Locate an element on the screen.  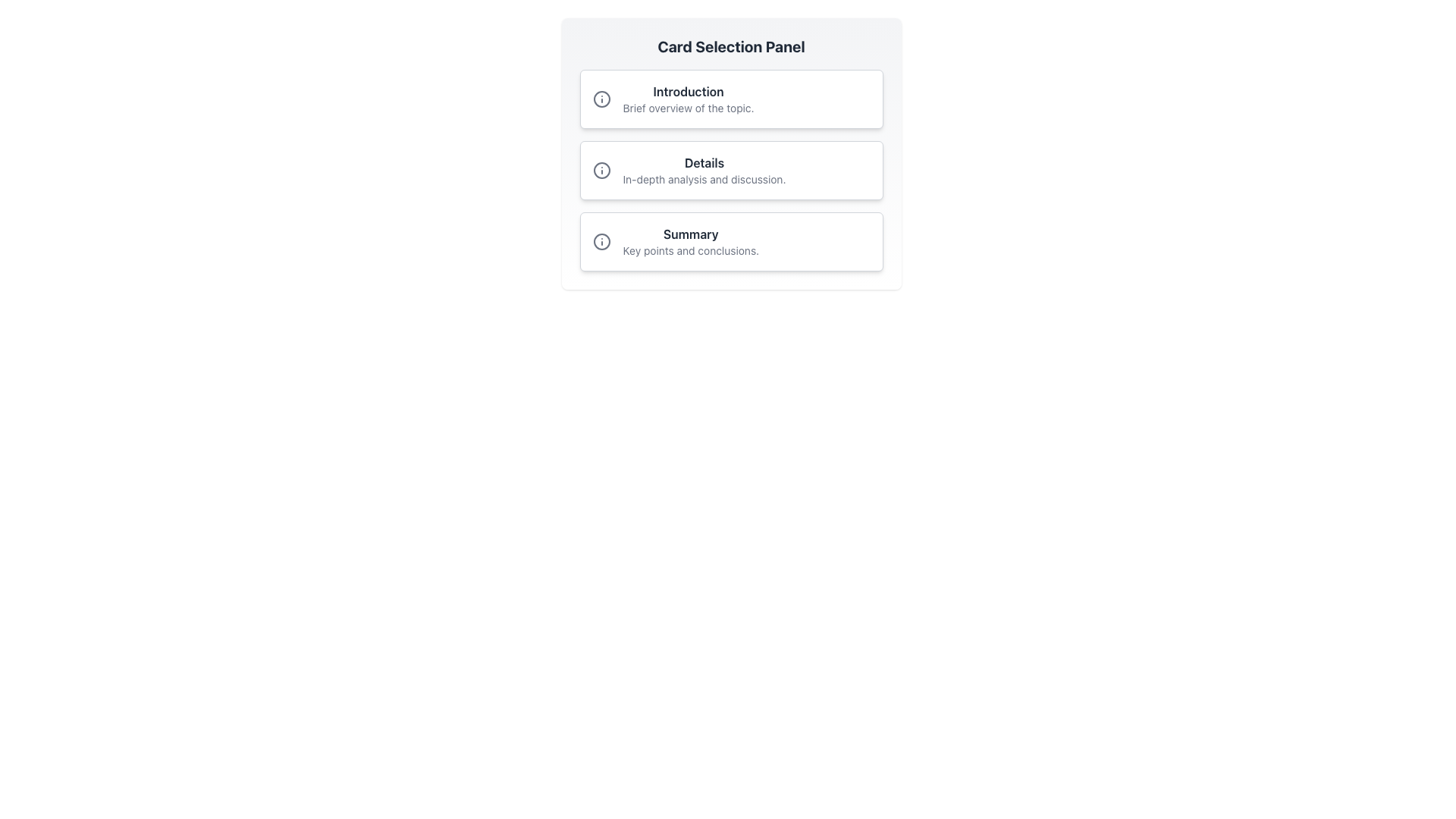
the area surrounding the 'Details' text label, which serves as a title for the section, if interactive features are enabled is located at coordinates (703, 163).